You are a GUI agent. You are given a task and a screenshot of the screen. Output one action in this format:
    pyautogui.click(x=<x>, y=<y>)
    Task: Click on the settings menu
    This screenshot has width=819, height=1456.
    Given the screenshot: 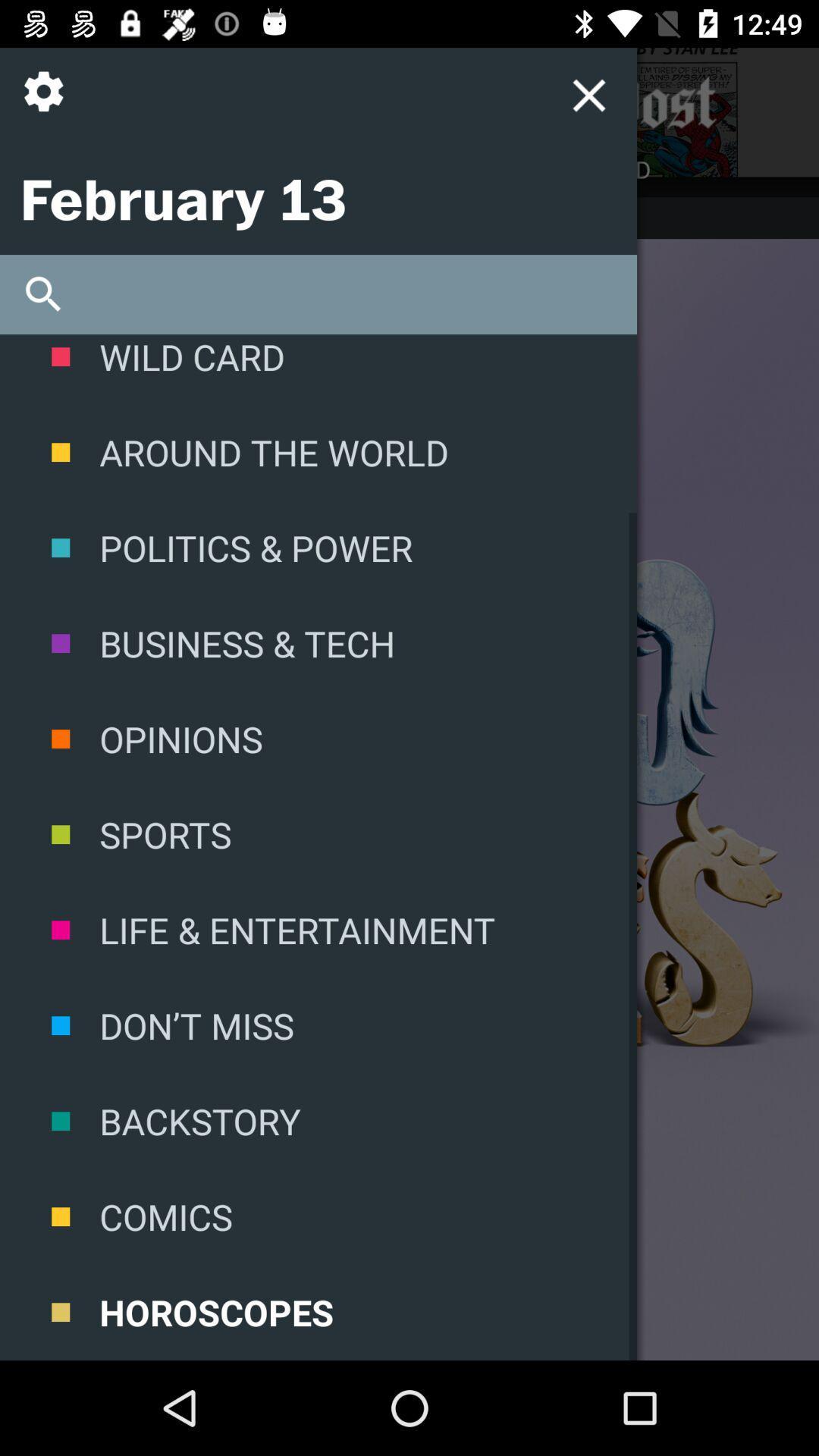 What is the action you would take?
    pyautogui.click(x=588, y=94)
    